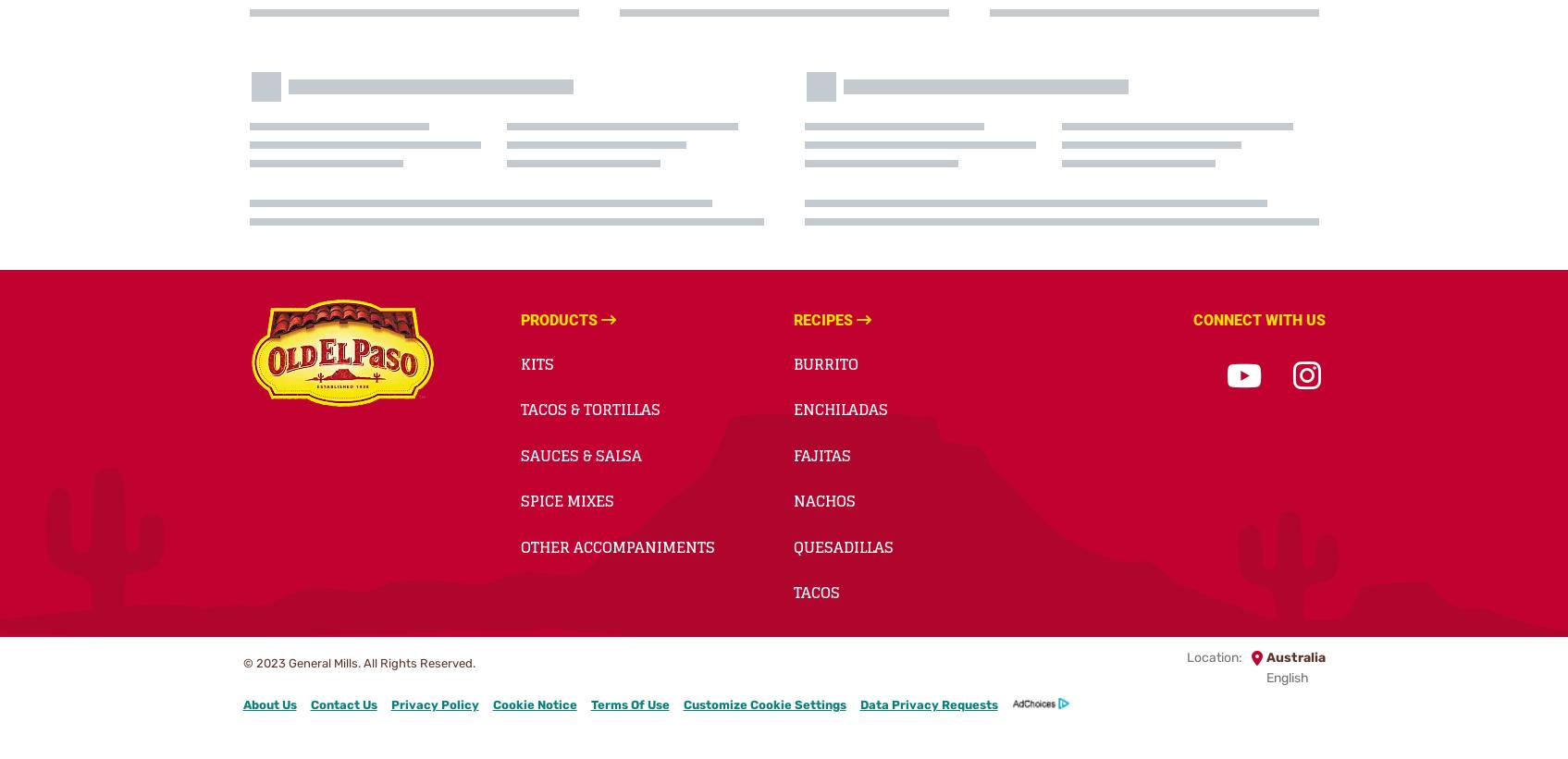 This screenshot has width=1568, height=759. Describe the element at coordinates (824, 362) in the screenshot. I see `'Burrito'` at that location.